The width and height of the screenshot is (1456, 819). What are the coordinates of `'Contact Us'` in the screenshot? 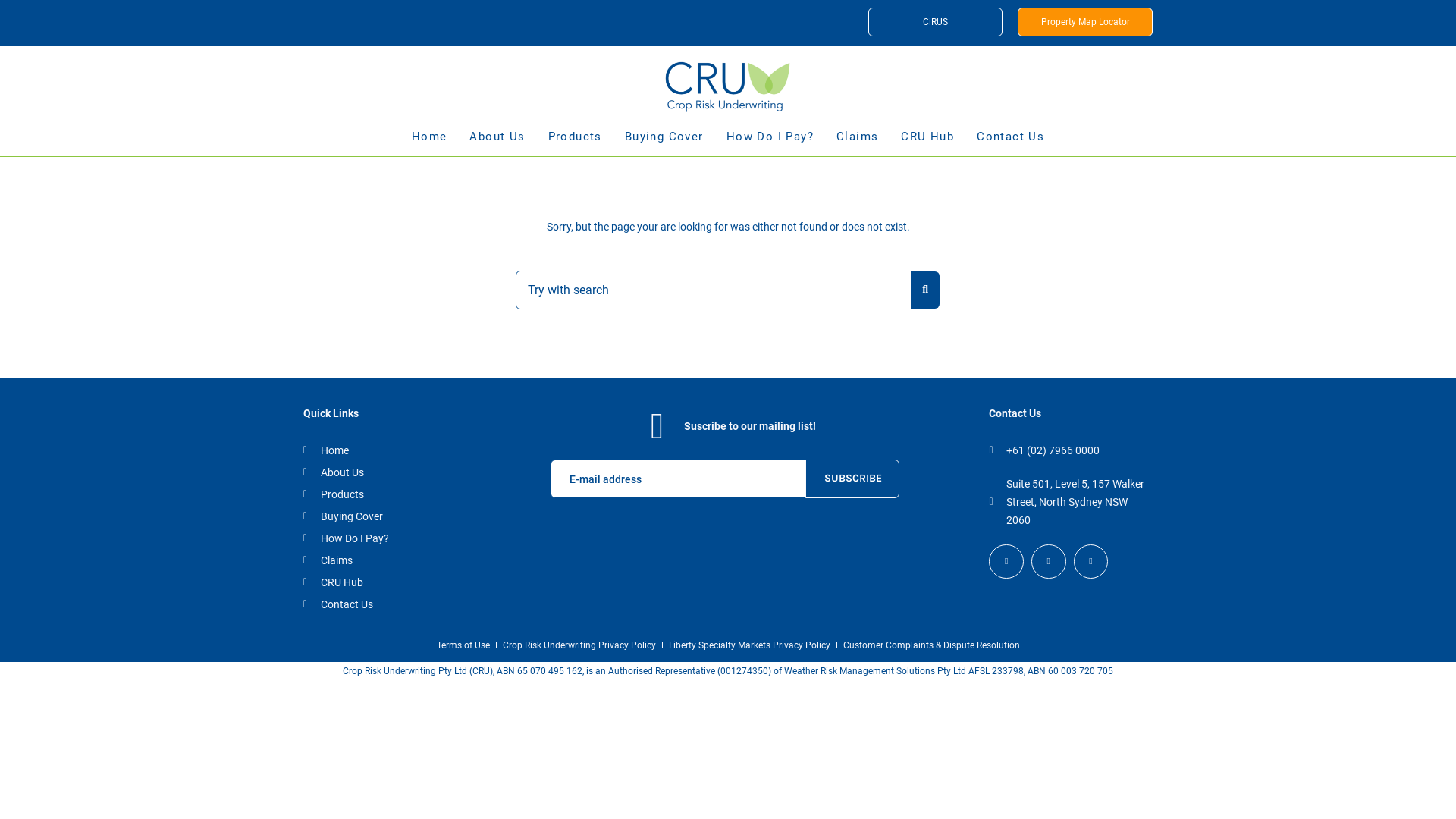 It's located at (1010, 143).